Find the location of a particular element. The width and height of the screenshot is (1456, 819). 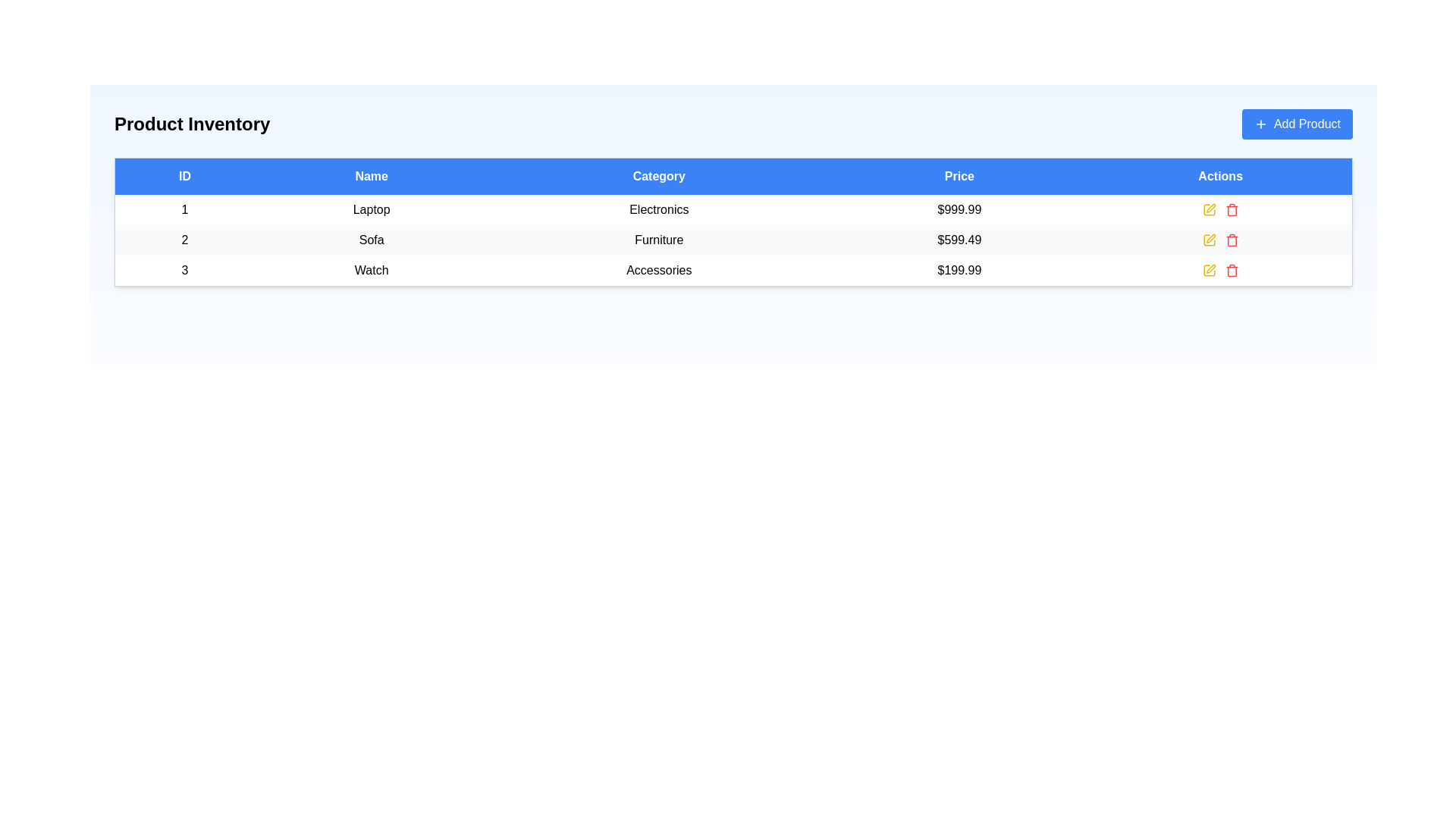

the delete action button icon located in the Actions column of the first row in the data table is located at coordinates (1231, 210).